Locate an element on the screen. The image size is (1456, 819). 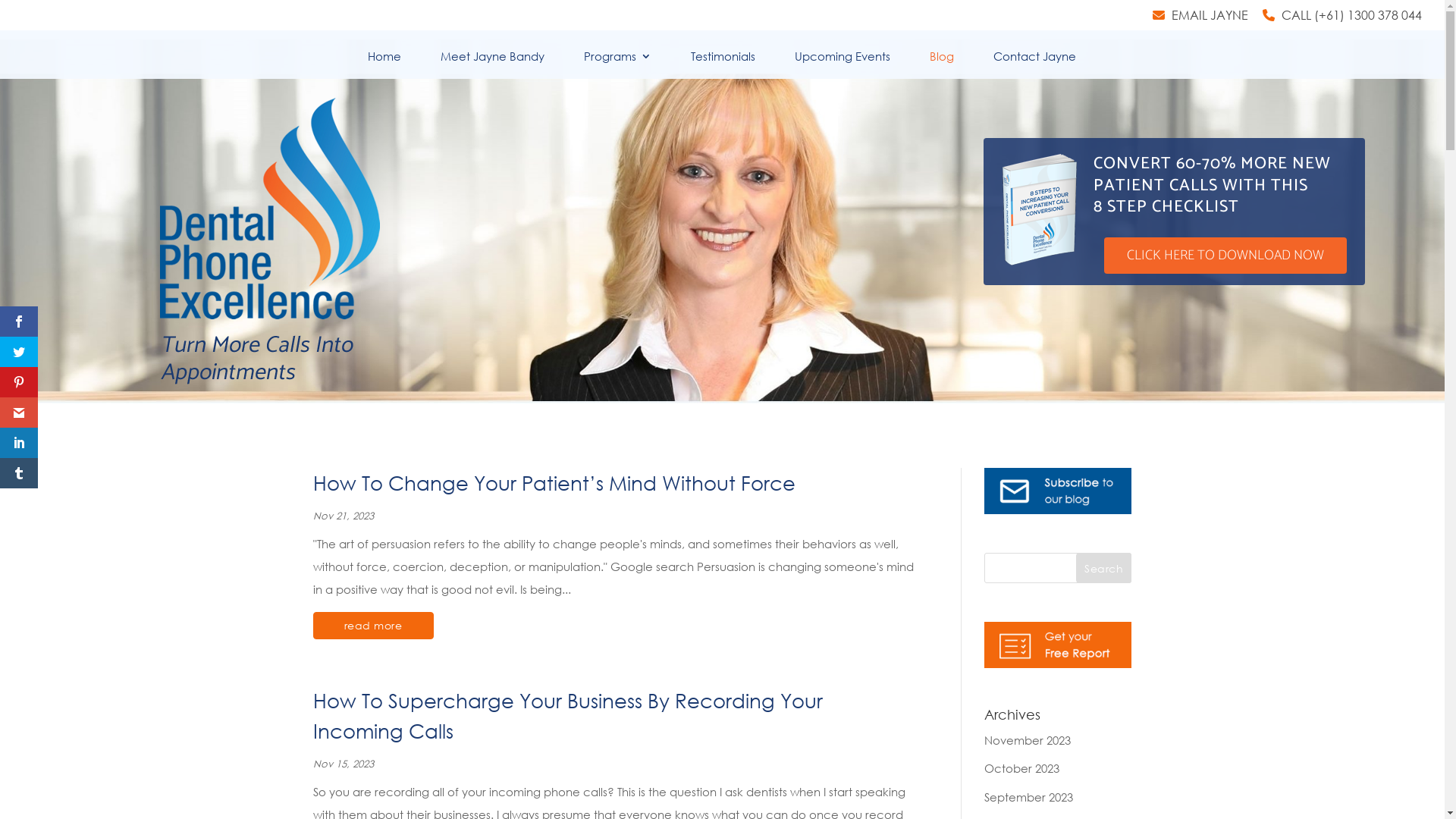
'Upcoming Events' is located at coordinates (841, 64).